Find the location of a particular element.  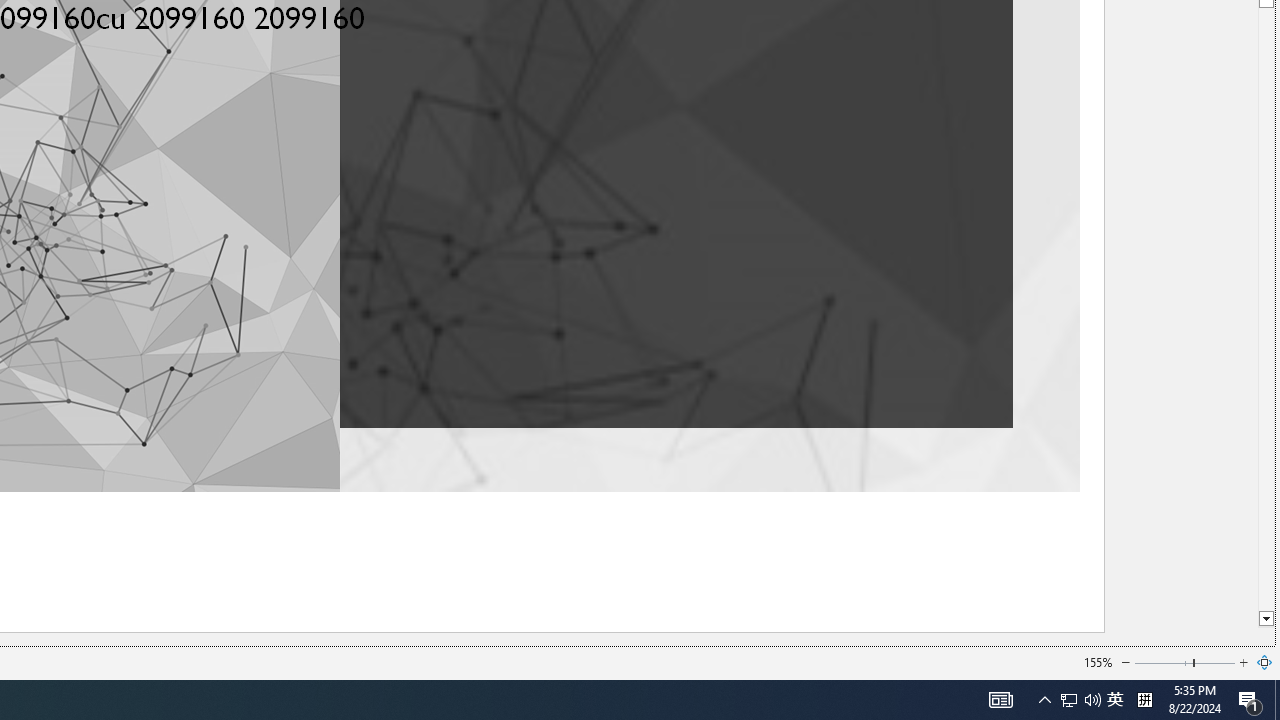

'Page left' is located at coordinates (1163, 663).